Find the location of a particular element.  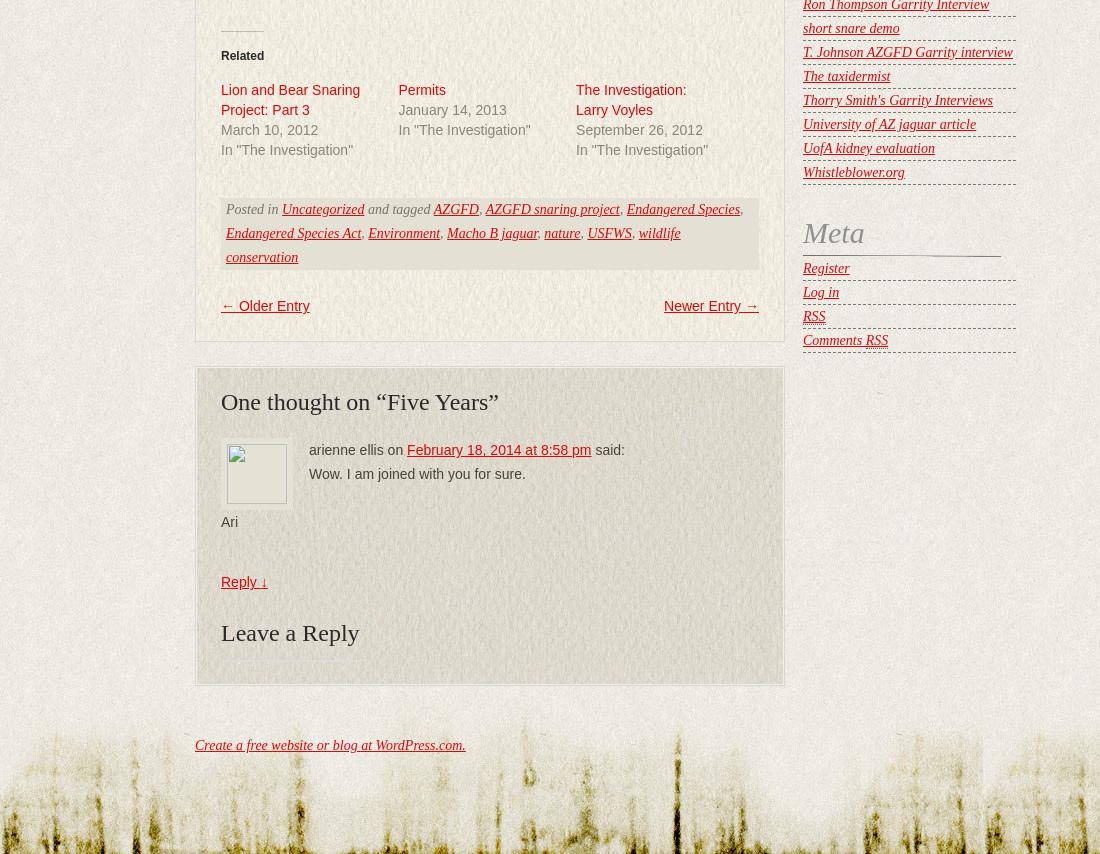

'Whistleblower.org' is located at coordinates (852, 172).